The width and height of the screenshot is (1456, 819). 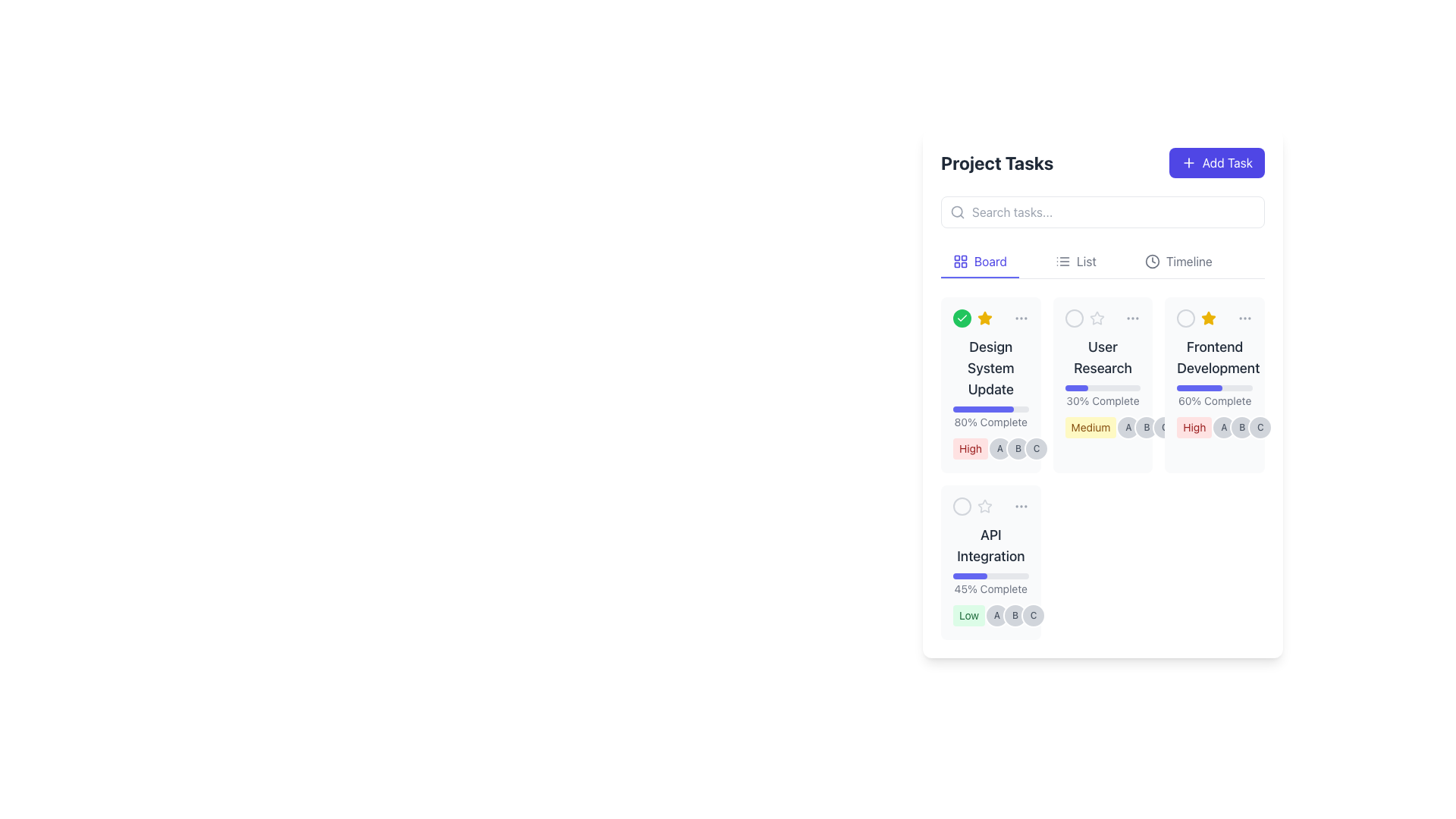 I want to click on the green circular checkmark button located to the right of the list of project tasks to confirm or complete an action, so click(x=961, y=318).